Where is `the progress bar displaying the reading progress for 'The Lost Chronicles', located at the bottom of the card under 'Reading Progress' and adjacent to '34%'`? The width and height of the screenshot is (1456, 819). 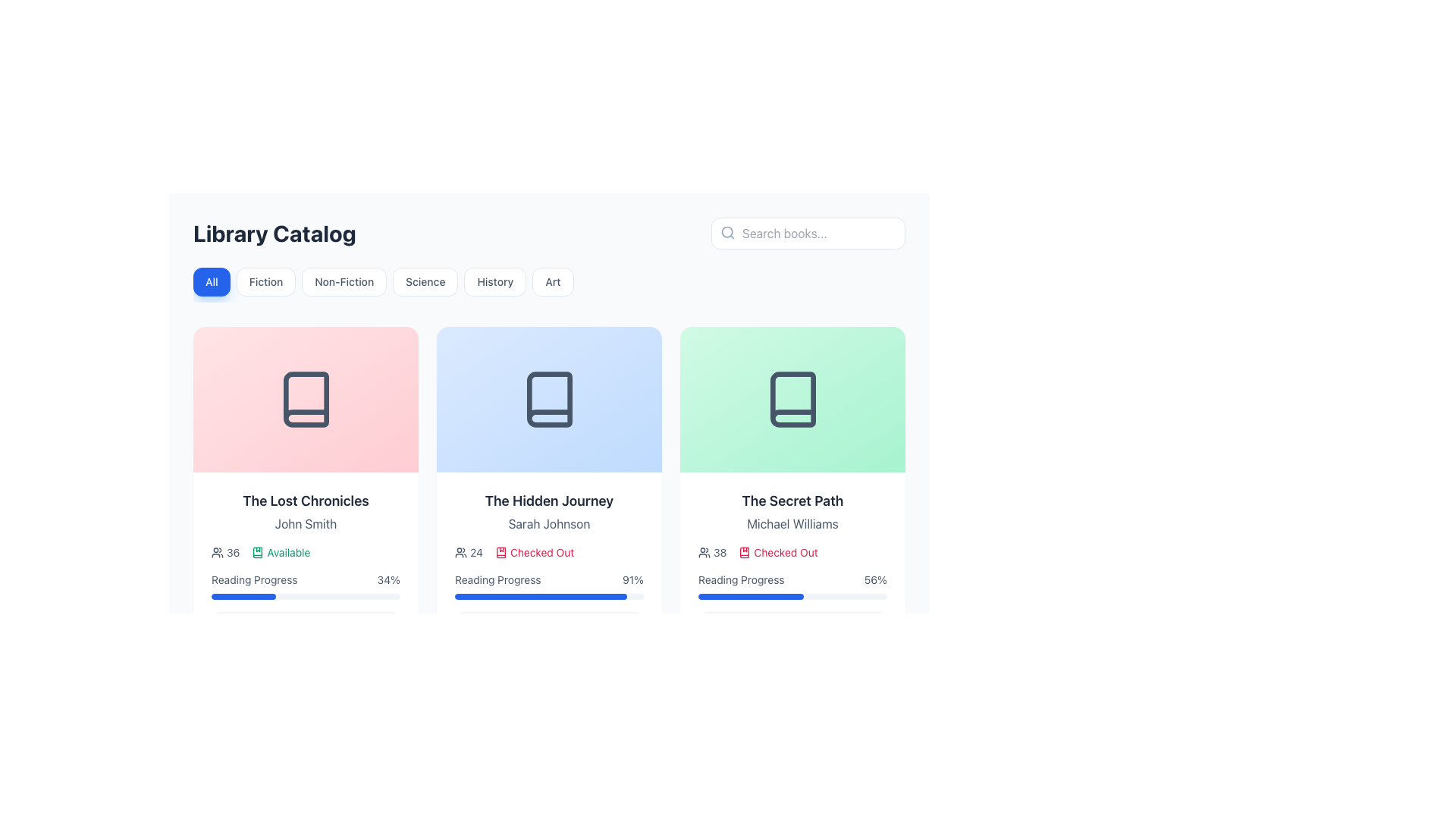
the progress bar displaying the reading progress for 'The Lost Chronicles', located at the bottom of the card under 'Reading Progress' and adjacent to '34%' is located at coordinates (305, 595).